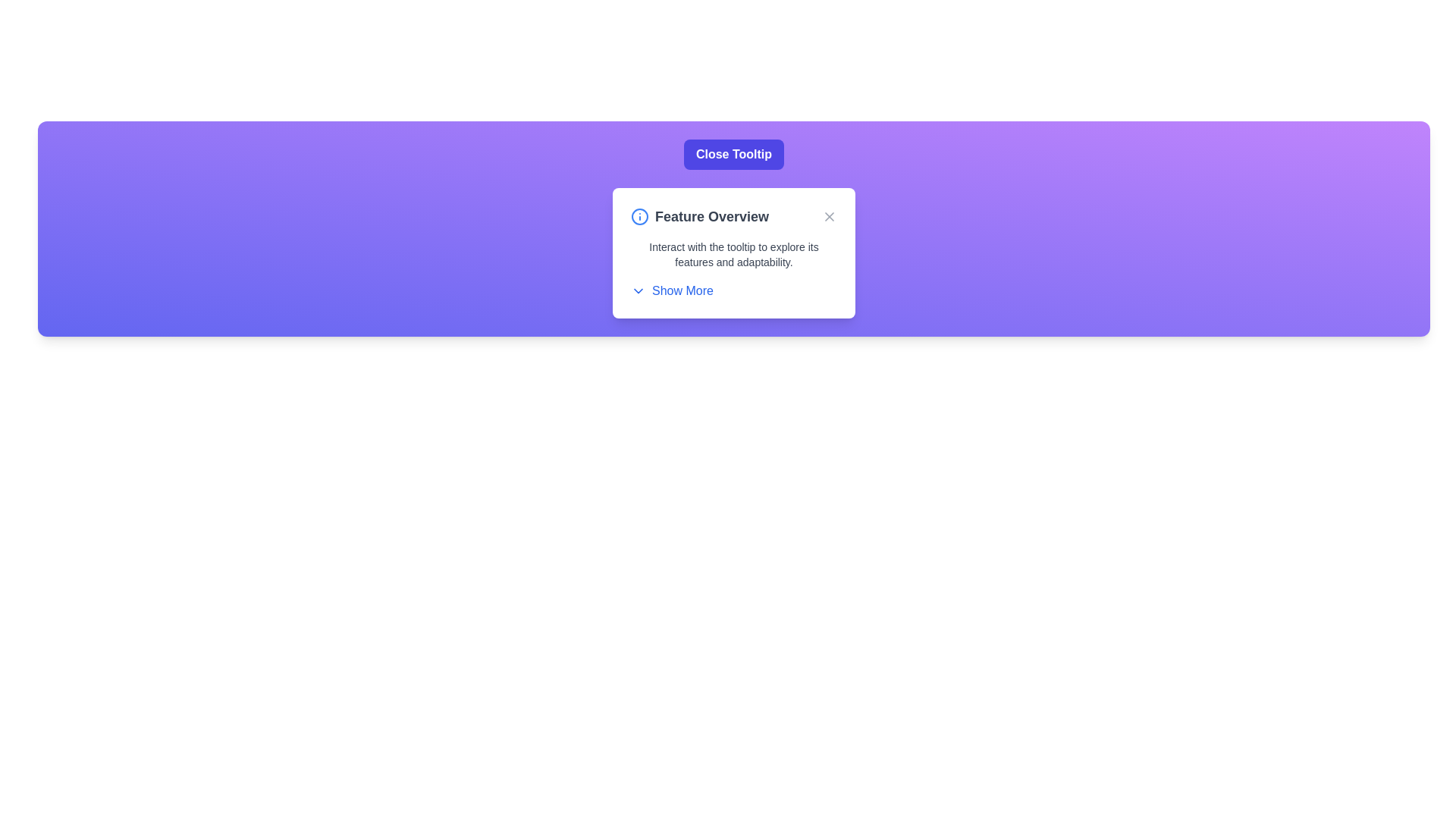  I want to click on the close button icon located in the top-right corner of the 'Feature Overview' card to dismiss the tooltip or remove the associated component, so click(829, 216).